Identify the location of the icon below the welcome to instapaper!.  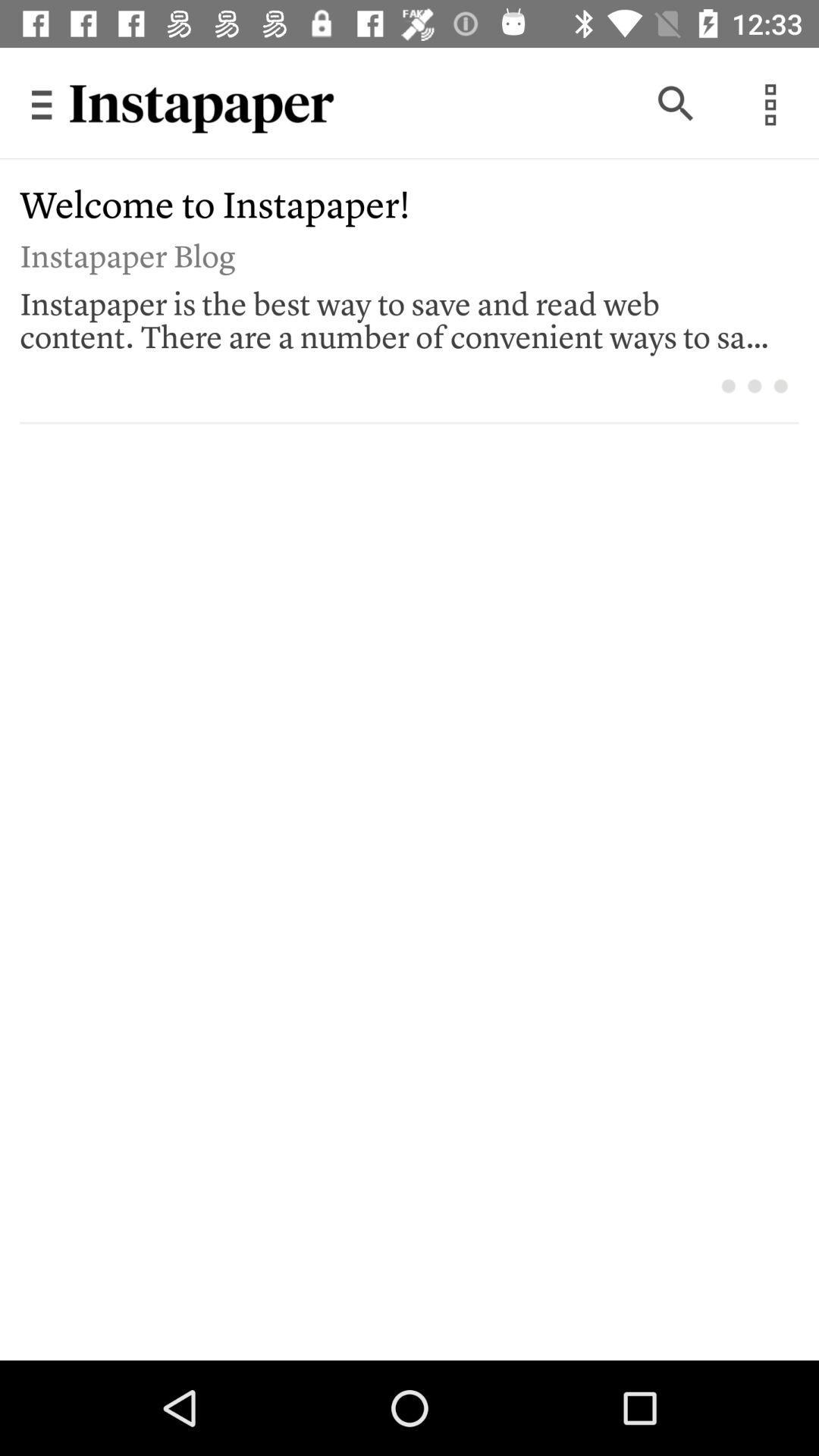
(398, 253).